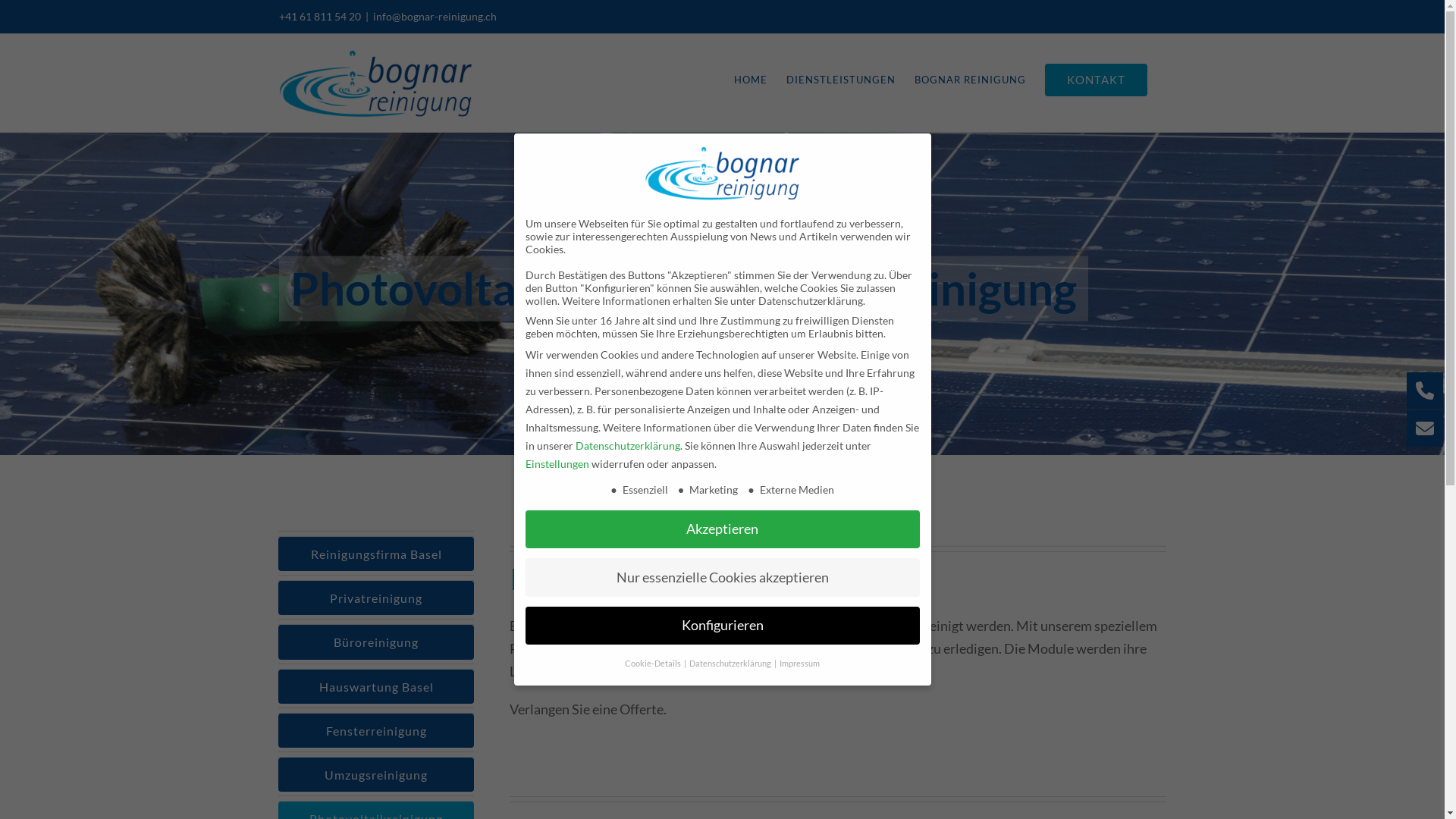 The width and height of the screenshot is (1456, 819). Describe the element at coordinates (779, 663) in the screenshot. I see `'Impressum'` at that location.